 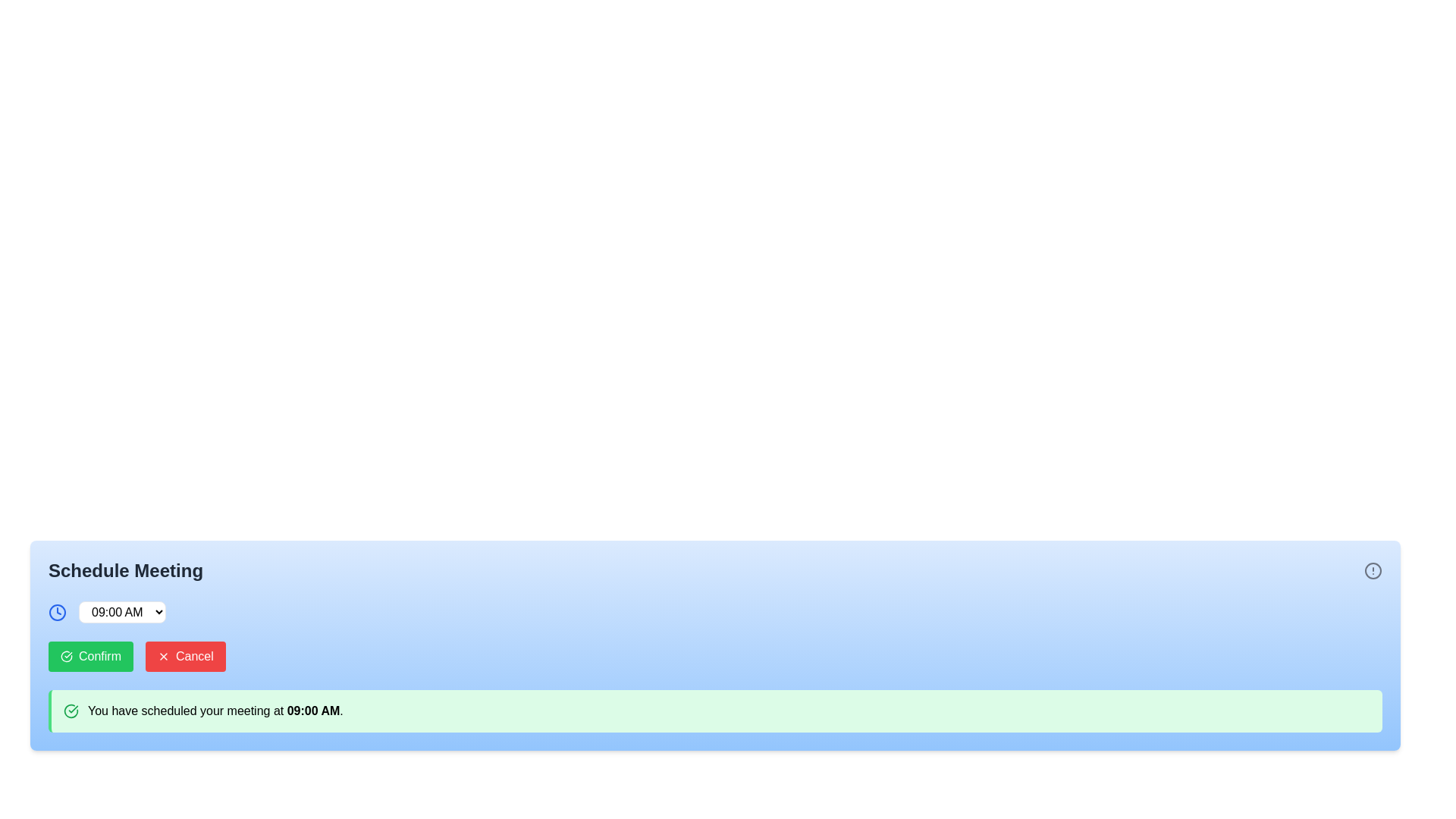 I want to click on the rectangular red 'Cancel' button with a white 'X' icon to its left, located next to the green 'Confirm' button, so click(x=184, y=656).